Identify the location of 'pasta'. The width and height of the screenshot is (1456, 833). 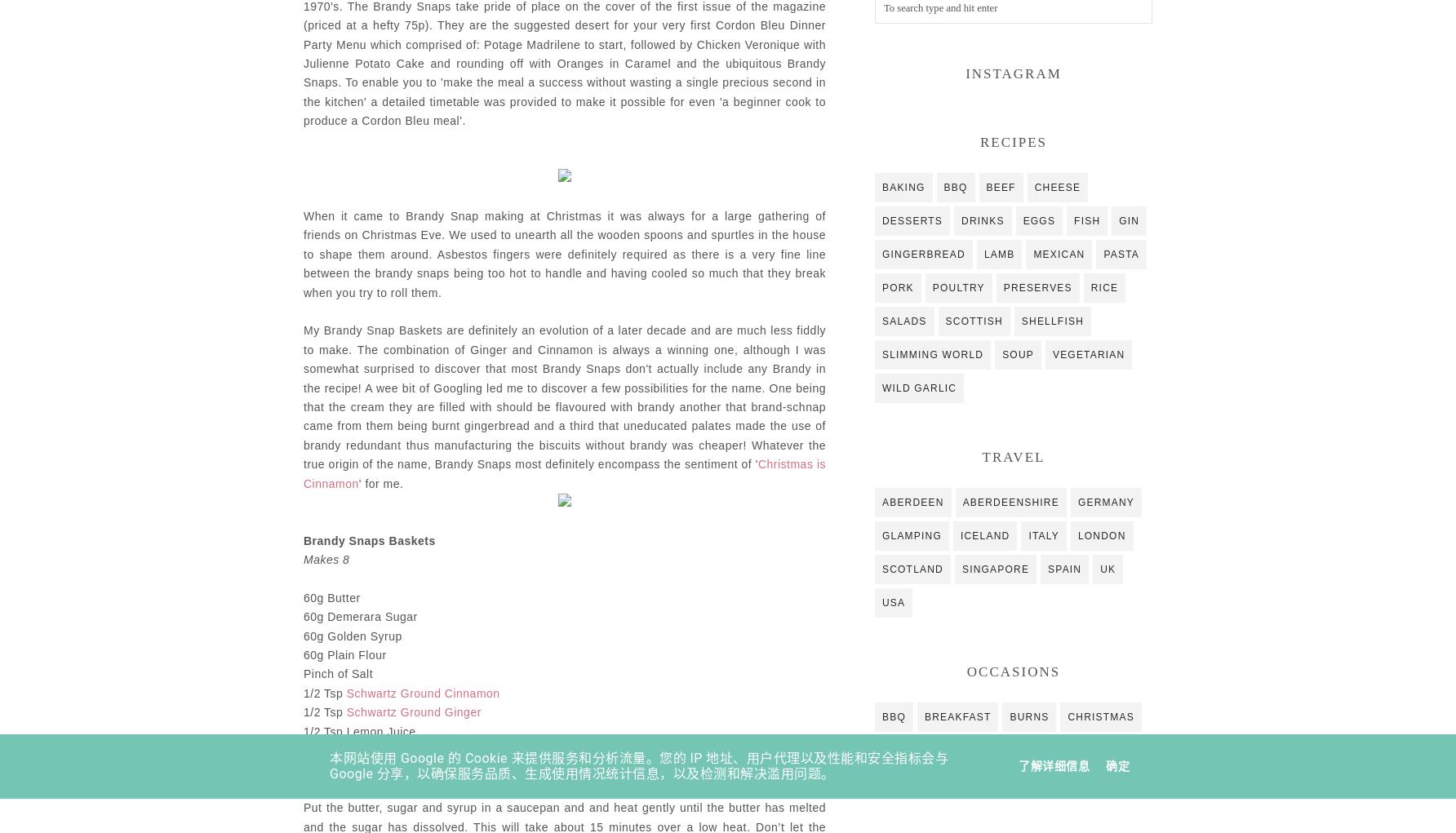
(1103, 253).